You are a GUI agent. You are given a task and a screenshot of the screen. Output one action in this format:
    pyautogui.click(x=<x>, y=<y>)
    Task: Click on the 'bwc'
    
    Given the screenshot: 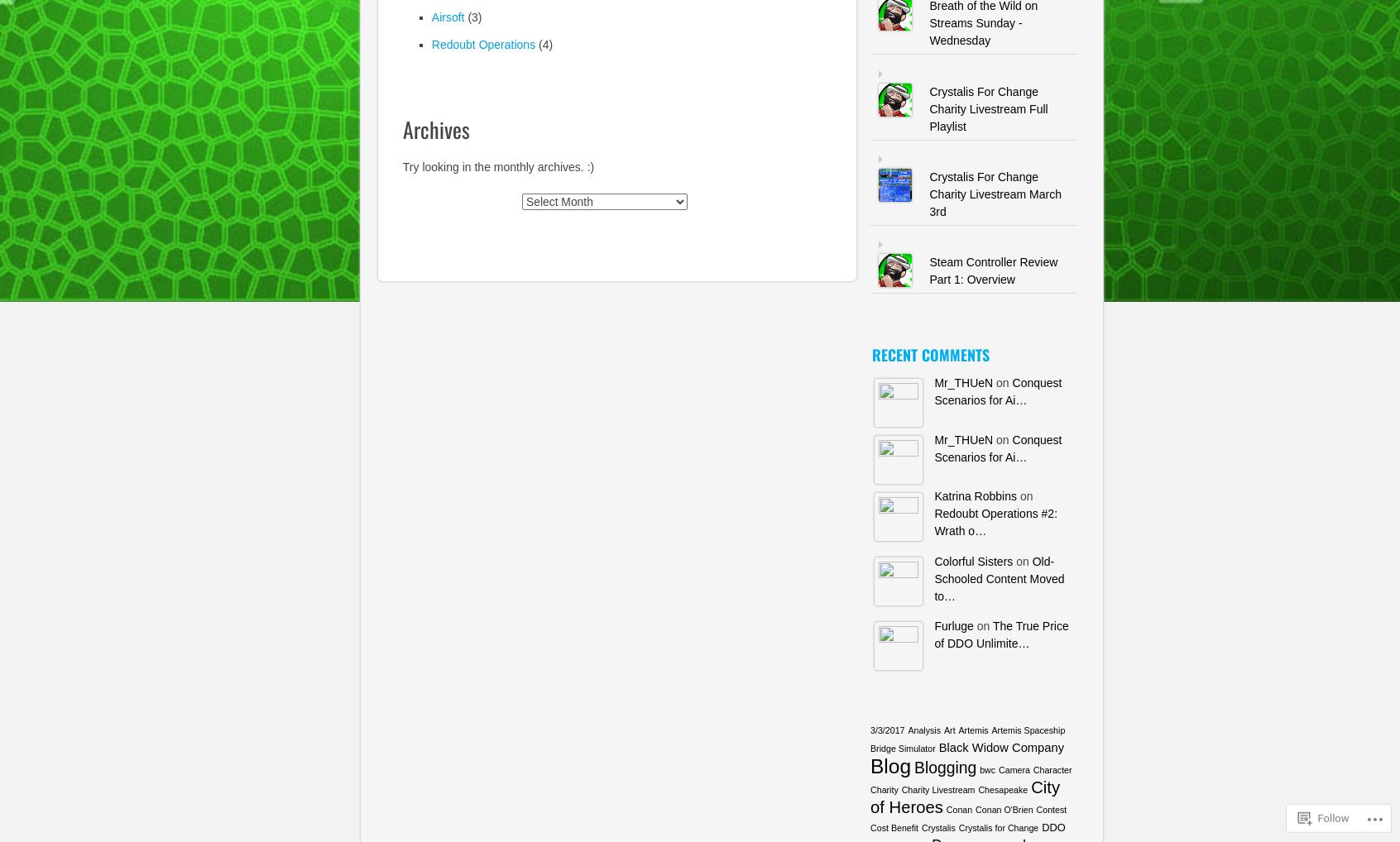 What is the action you would take?
    pyautogui.click(x=979, y=768)
    